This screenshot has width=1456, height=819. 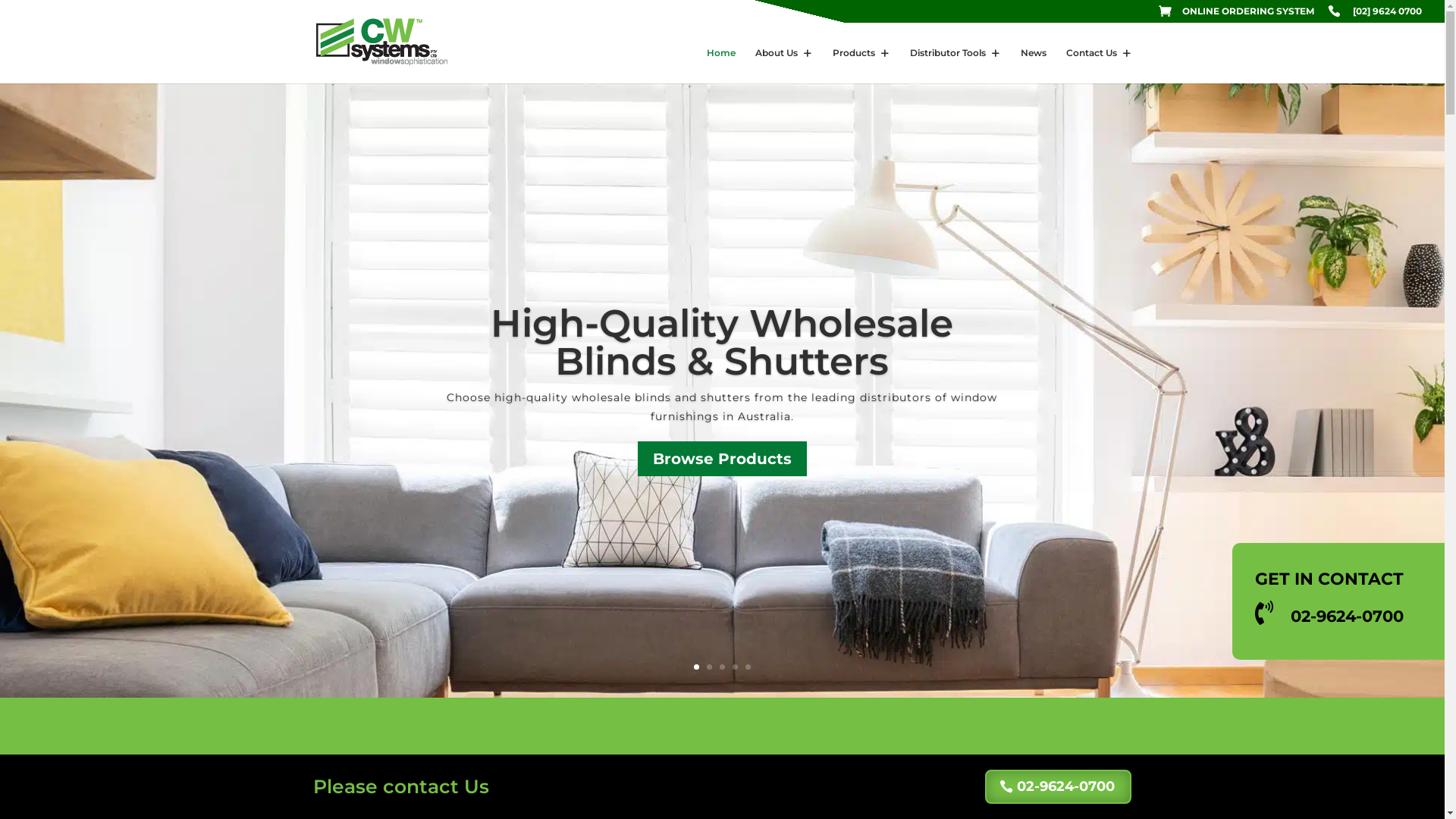 What do you see at coordinates (954, 64) in the screenshot?
I see `'Distributor Tools'` at bounding box center [954, 64].